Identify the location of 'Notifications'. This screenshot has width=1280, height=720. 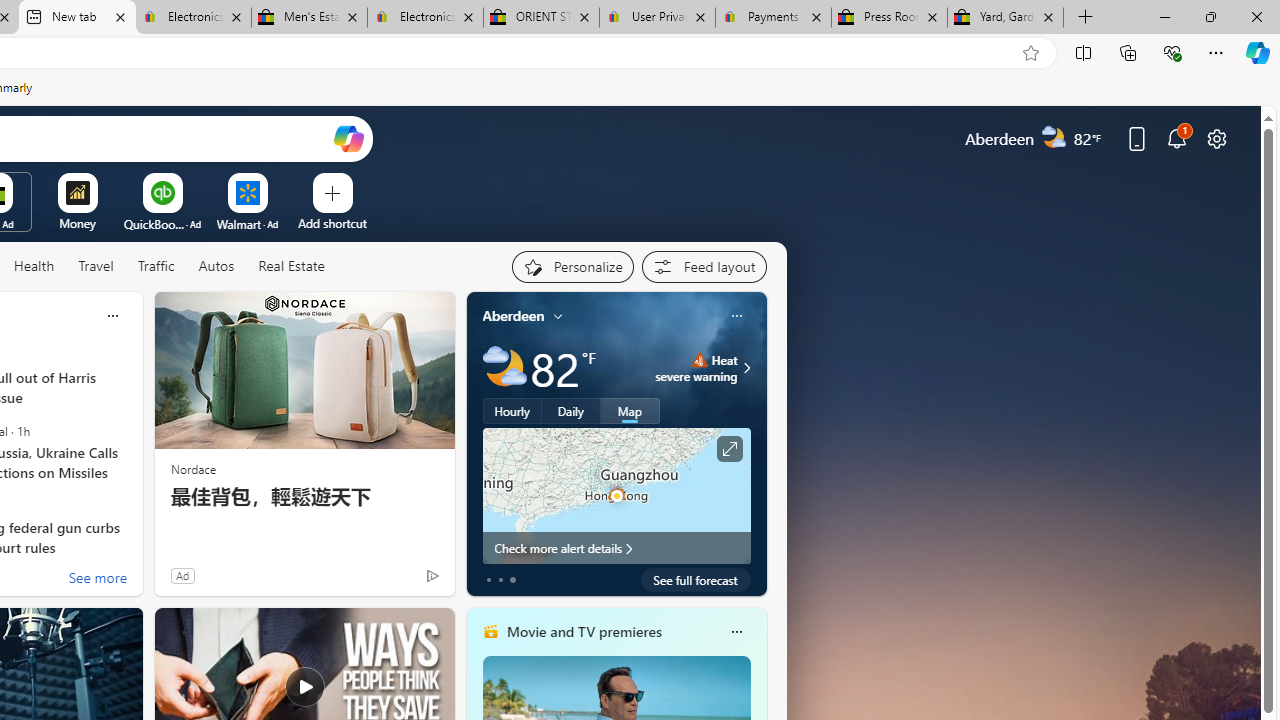
(1176, 137).